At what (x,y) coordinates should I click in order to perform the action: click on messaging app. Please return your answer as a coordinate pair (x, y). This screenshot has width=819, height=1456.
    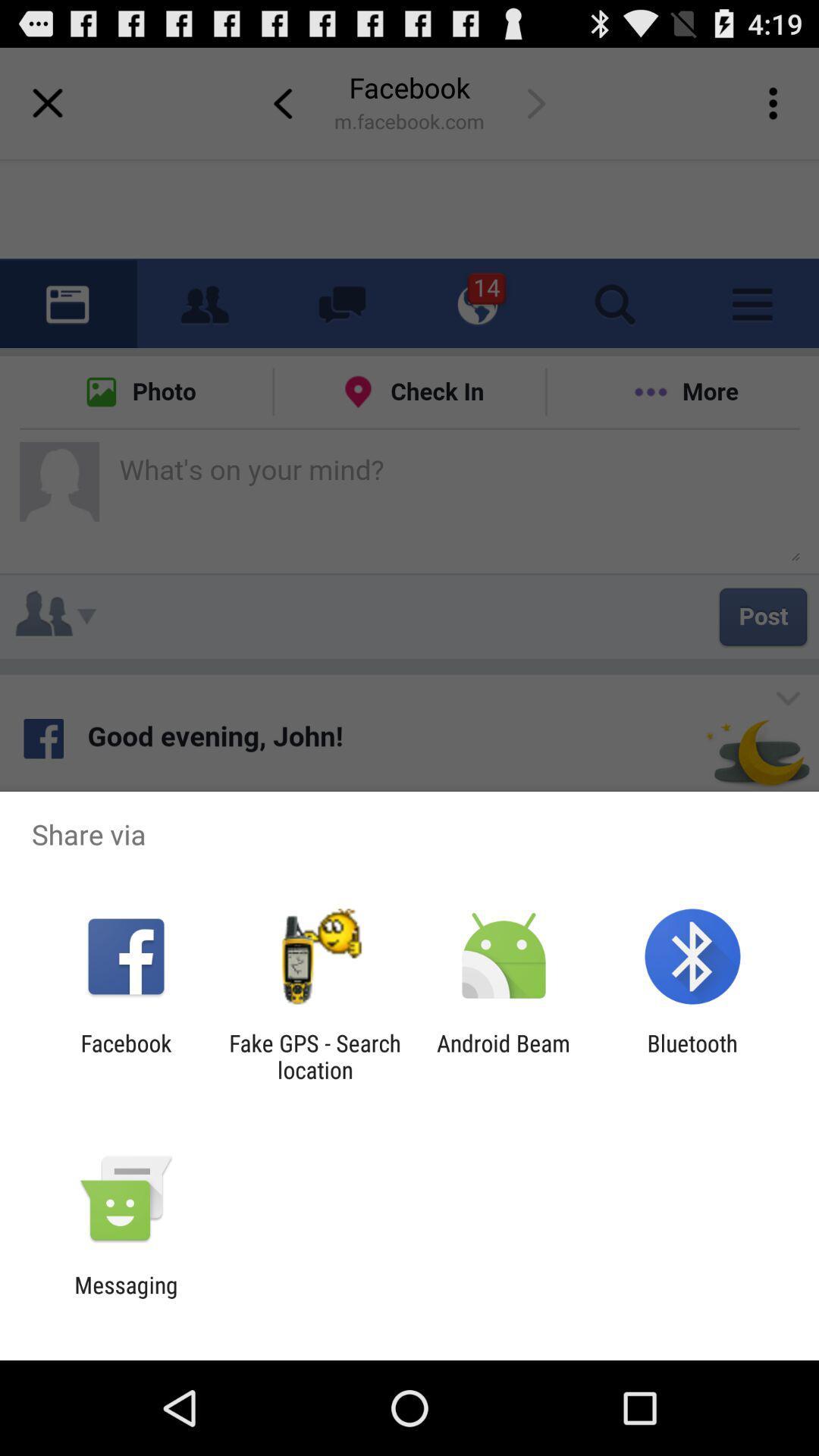
    Looking at the image, I should click on (125, 1298).